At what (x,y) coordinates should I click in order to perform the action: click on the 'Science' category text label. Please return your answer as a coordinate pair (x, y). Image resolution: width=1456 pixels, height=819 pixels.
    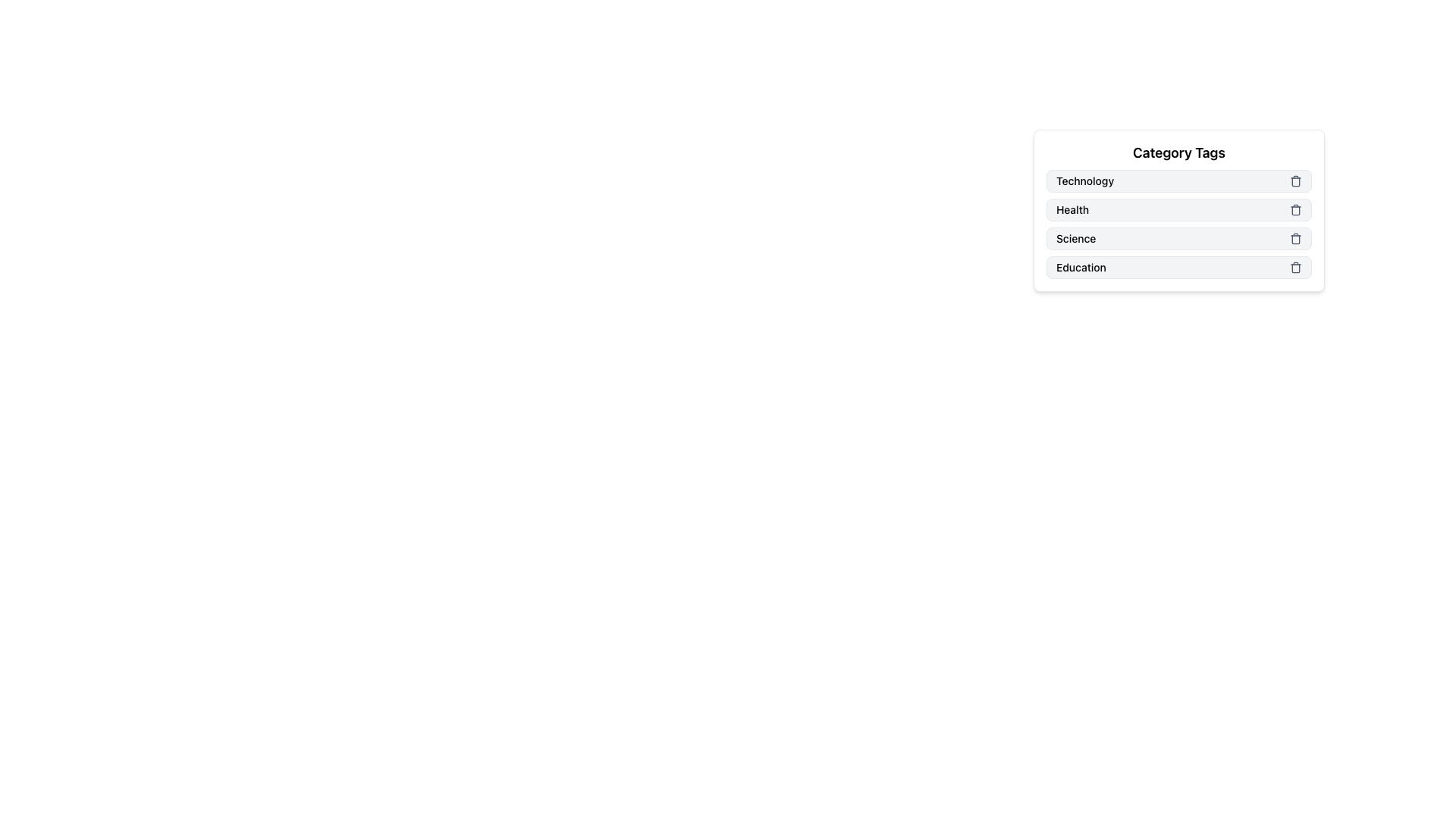
    Looking at the image, I should click on (1075, 239).